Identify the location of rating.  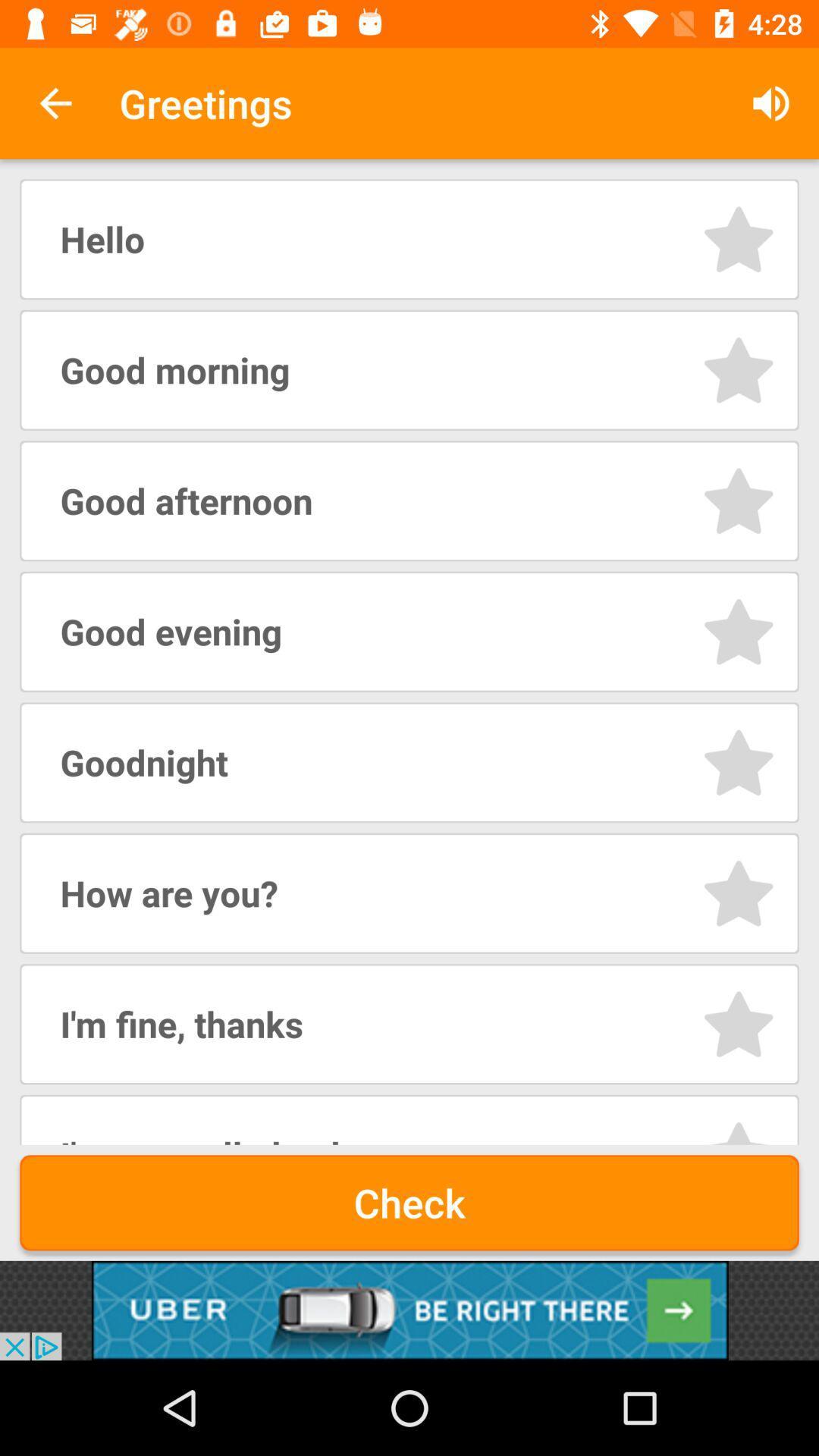
(738, 1024).